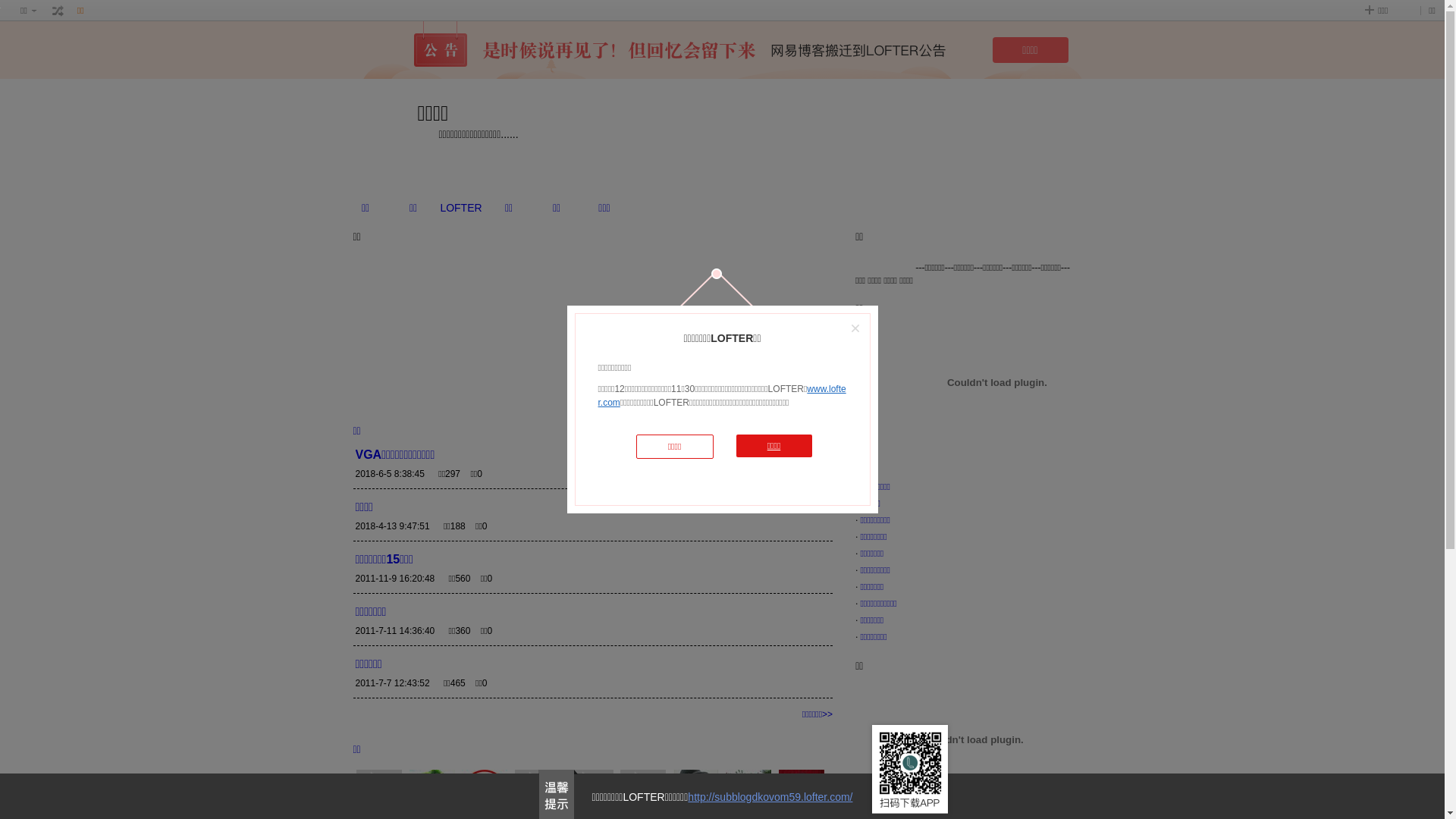  What do you see at coordinates (770, 795) in the screenshot?
I see `'http://subblogdkovom59.lofter.com/'` at bounding box center [770, 795].